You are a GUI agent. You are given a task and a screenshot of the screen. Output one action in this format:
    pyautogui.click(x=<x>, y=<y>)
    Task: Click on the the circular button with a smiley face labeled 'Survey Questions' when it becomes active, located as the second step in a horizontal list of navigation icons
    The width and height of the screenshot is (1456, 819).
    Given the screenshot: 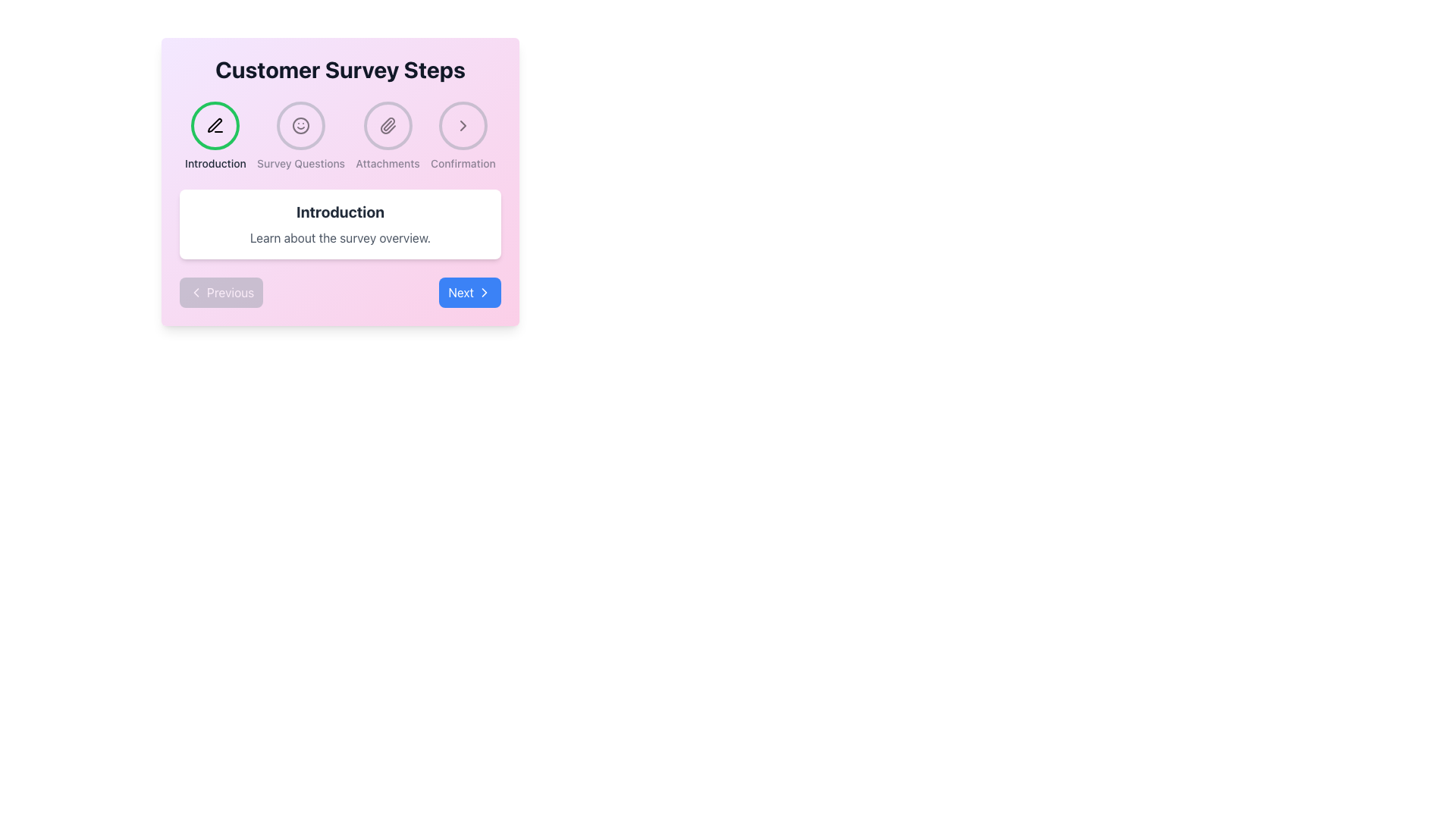 What is the action you would take?
    pyautogui.click(x=301, y=136)
    